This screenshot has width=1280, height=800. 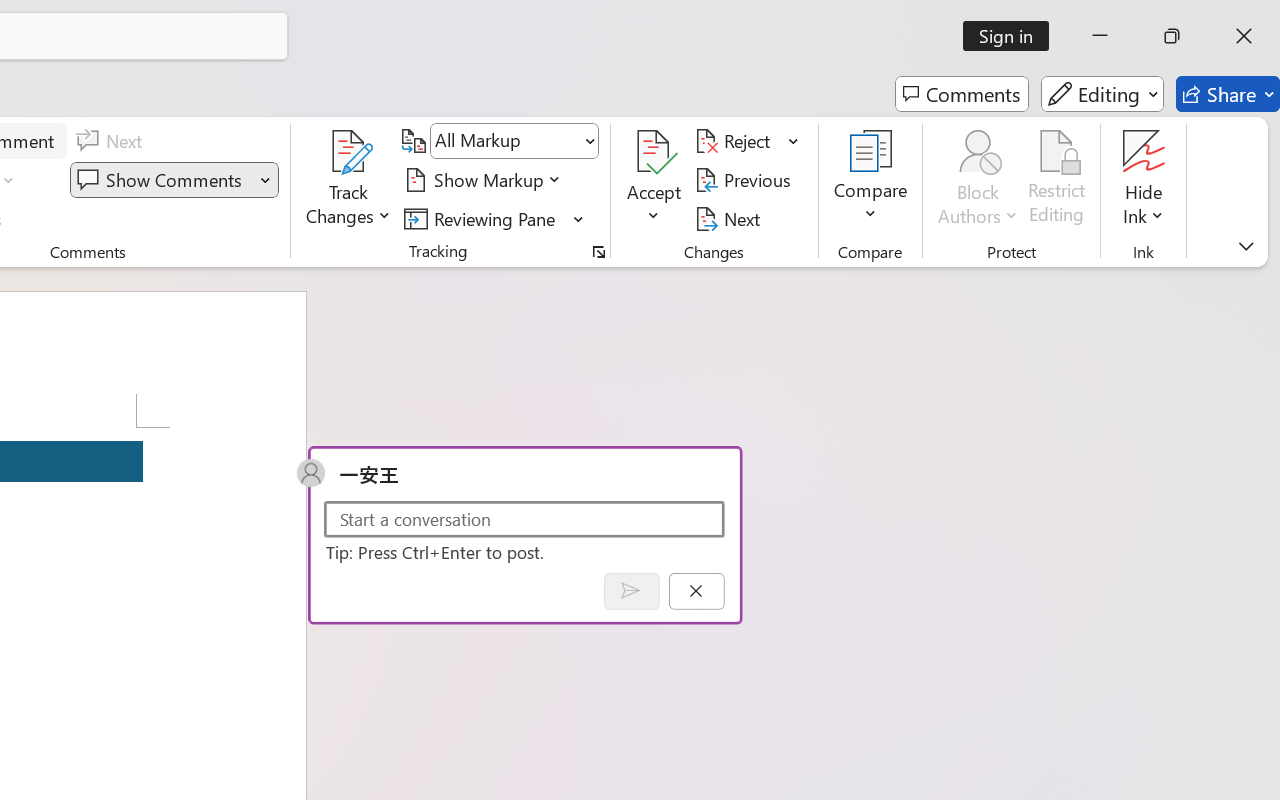 I want to click on 'Reject and Move to Next', so click(x=735, y=141).